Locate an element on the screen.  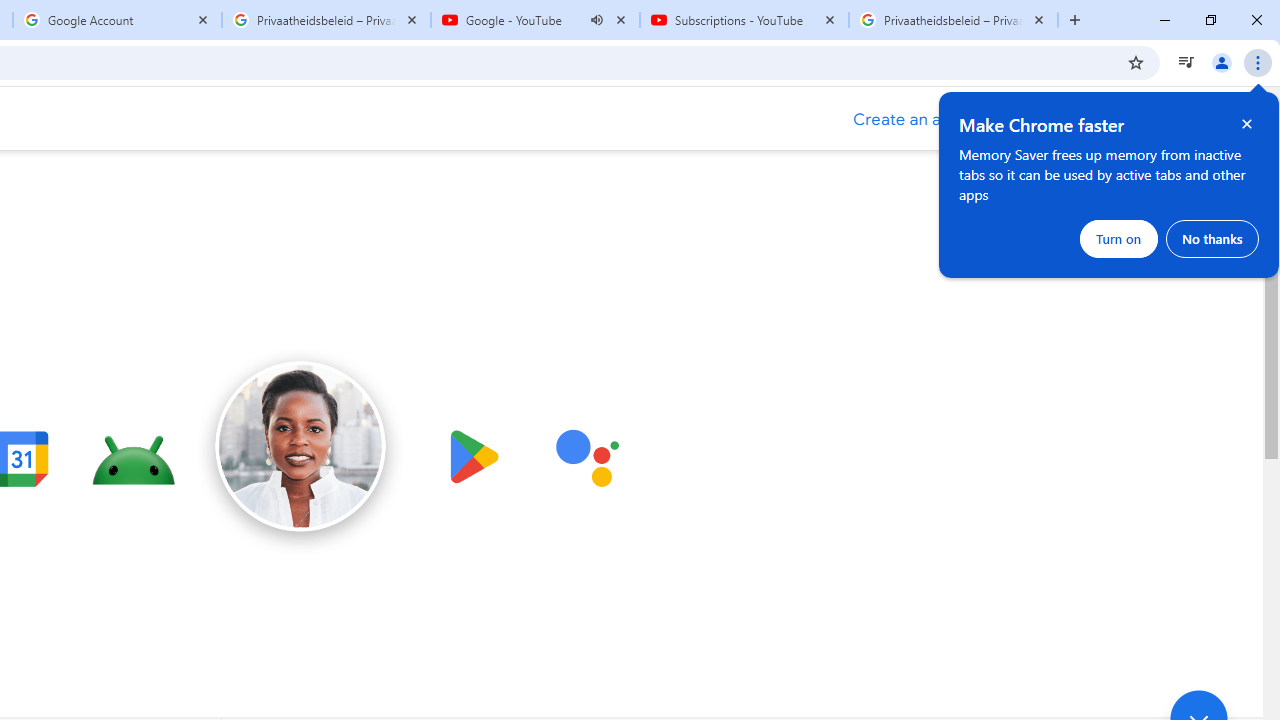
'Subscriptions - YouTube' is located at coordinates (743, 20).